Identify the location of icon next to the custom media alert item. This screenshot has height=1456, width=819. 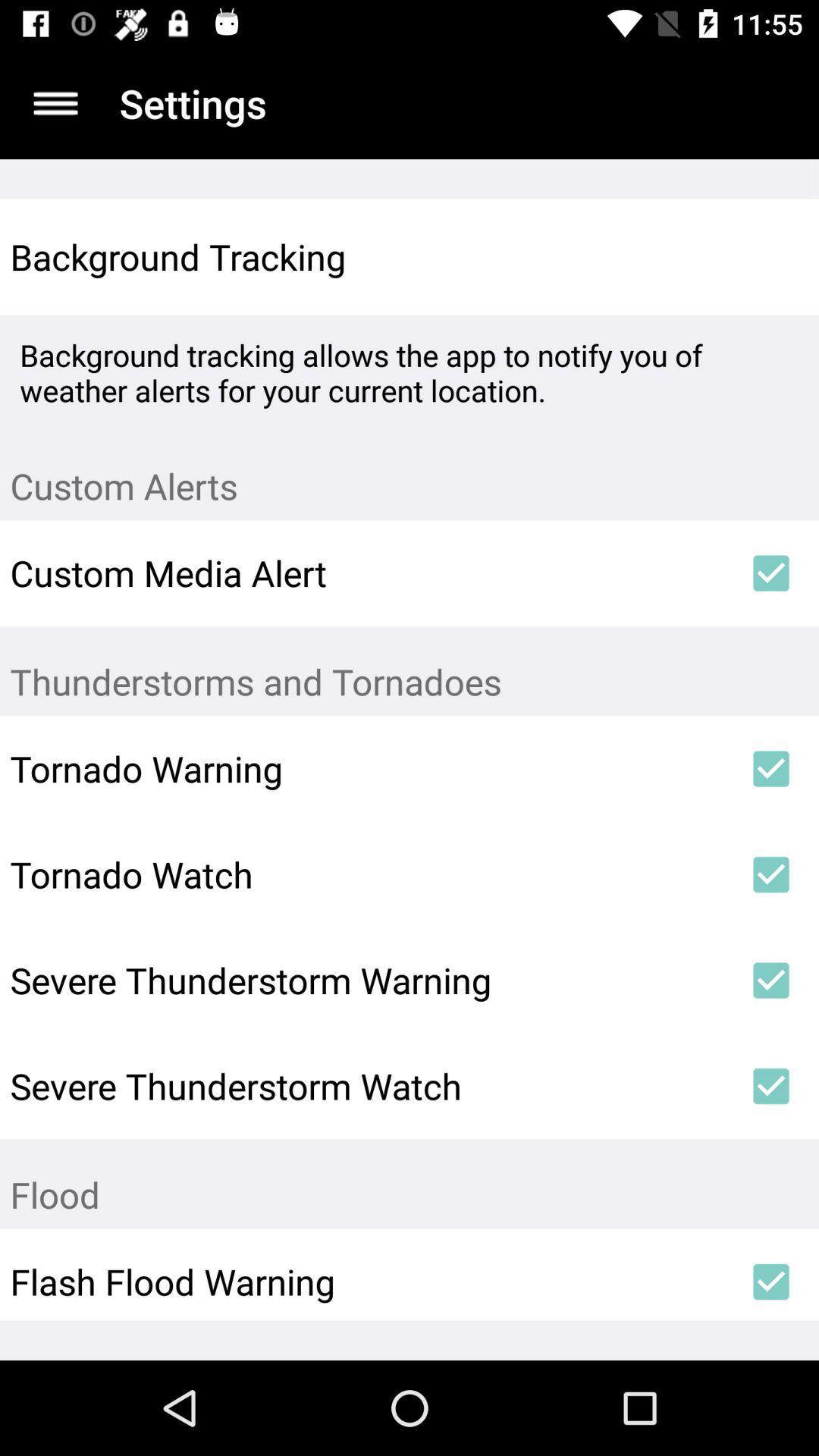
(771, 572).